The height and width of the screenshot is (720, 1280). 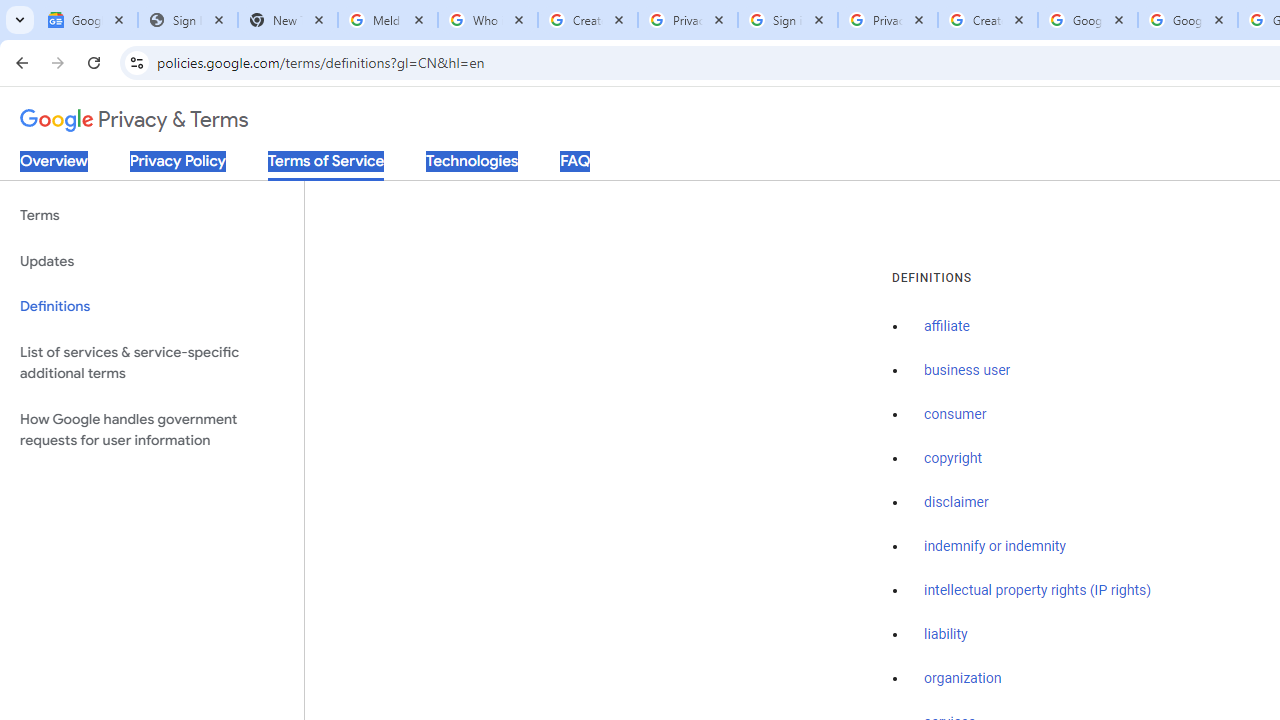 What do you see at coordinates (988, 20) in the screenshot?
I see `'Create your Google Account'` at bounding box center [988, 20].